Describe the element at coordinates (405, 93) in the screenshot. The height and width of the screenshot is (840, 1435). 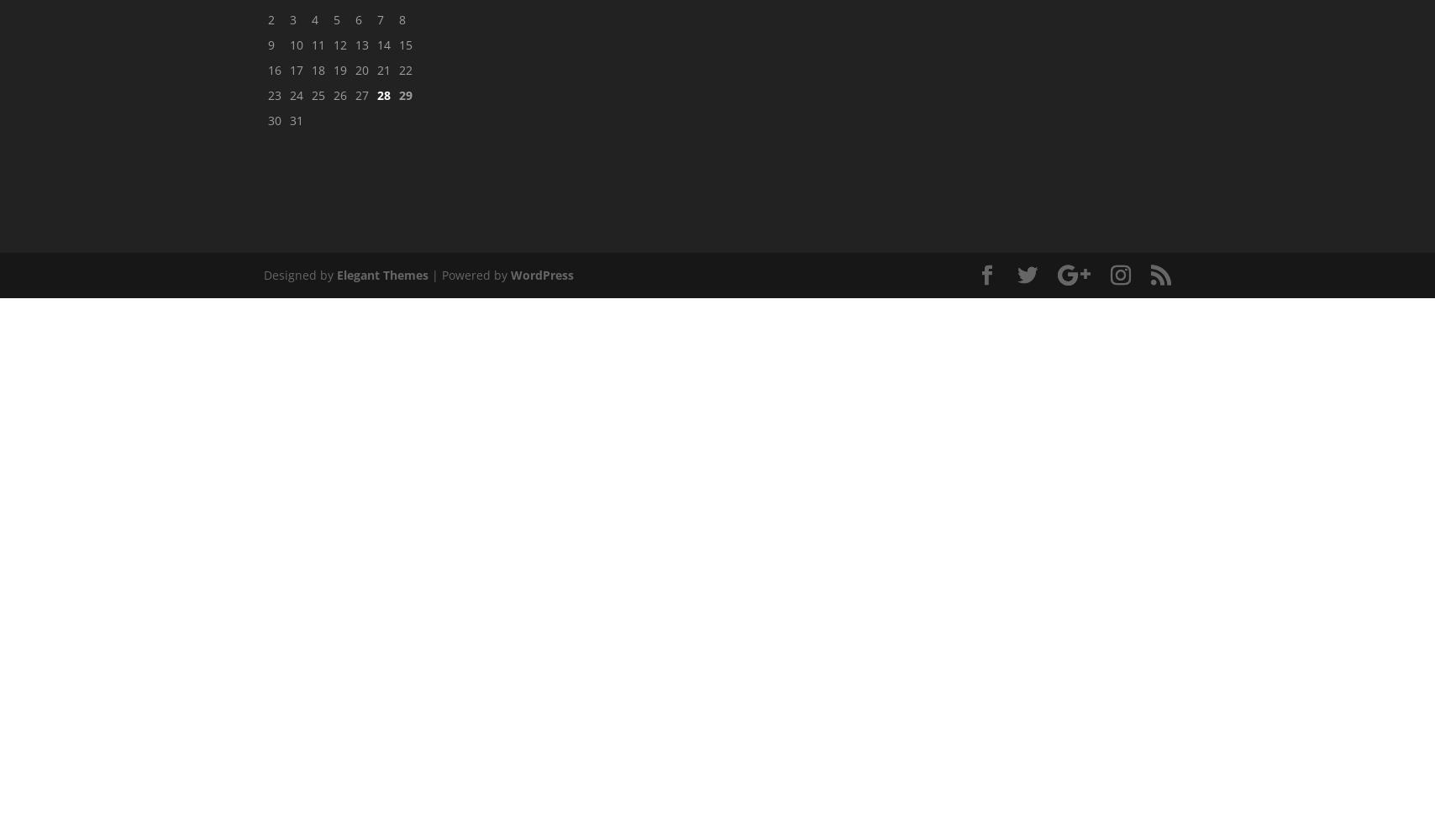
I see `'29'` at that location.